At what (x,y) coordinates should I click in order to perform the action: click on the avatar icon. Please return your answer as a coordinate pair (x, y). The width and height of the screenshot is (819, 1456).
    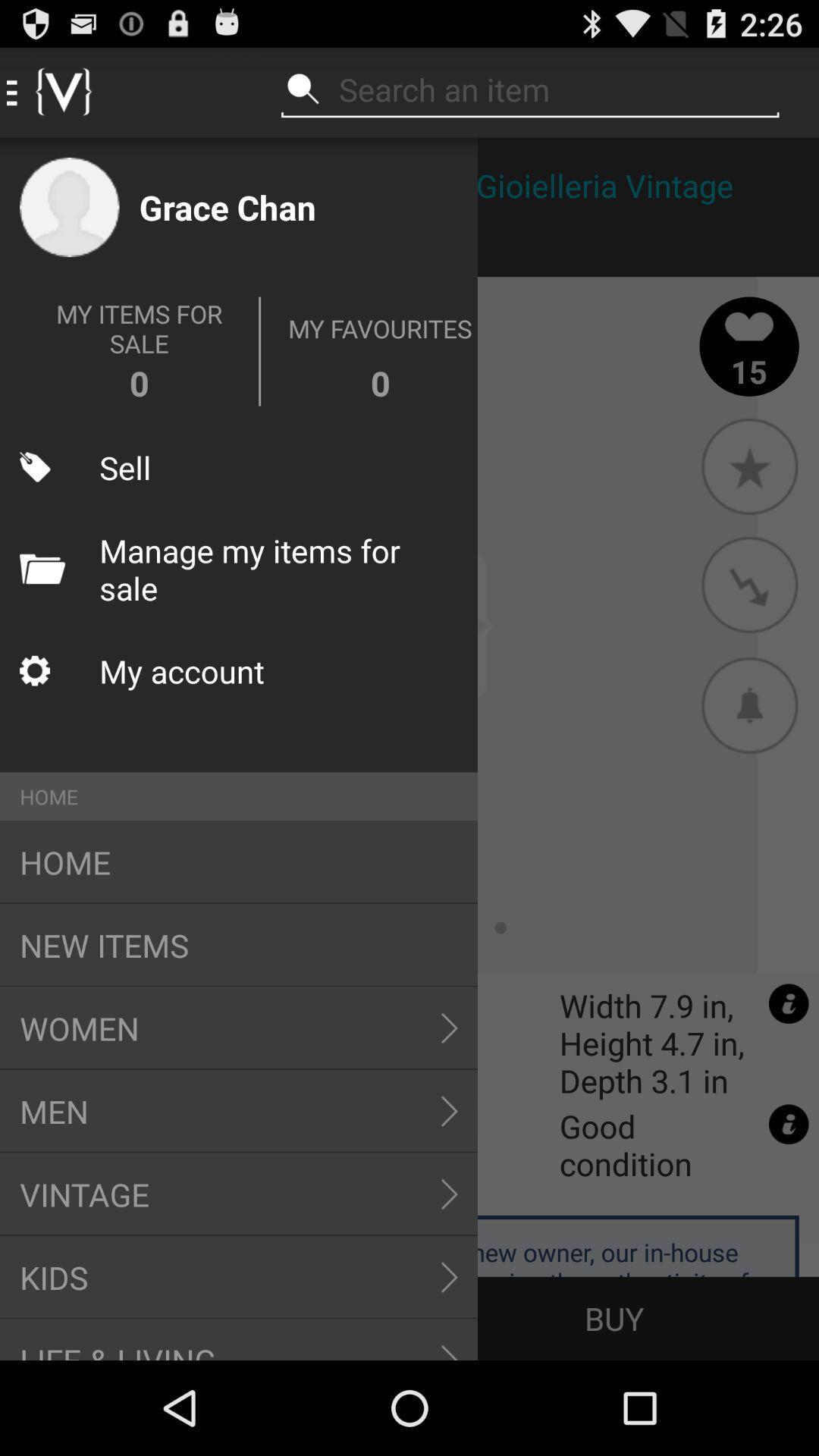
    Looking at the image, I should click on (69, 221).